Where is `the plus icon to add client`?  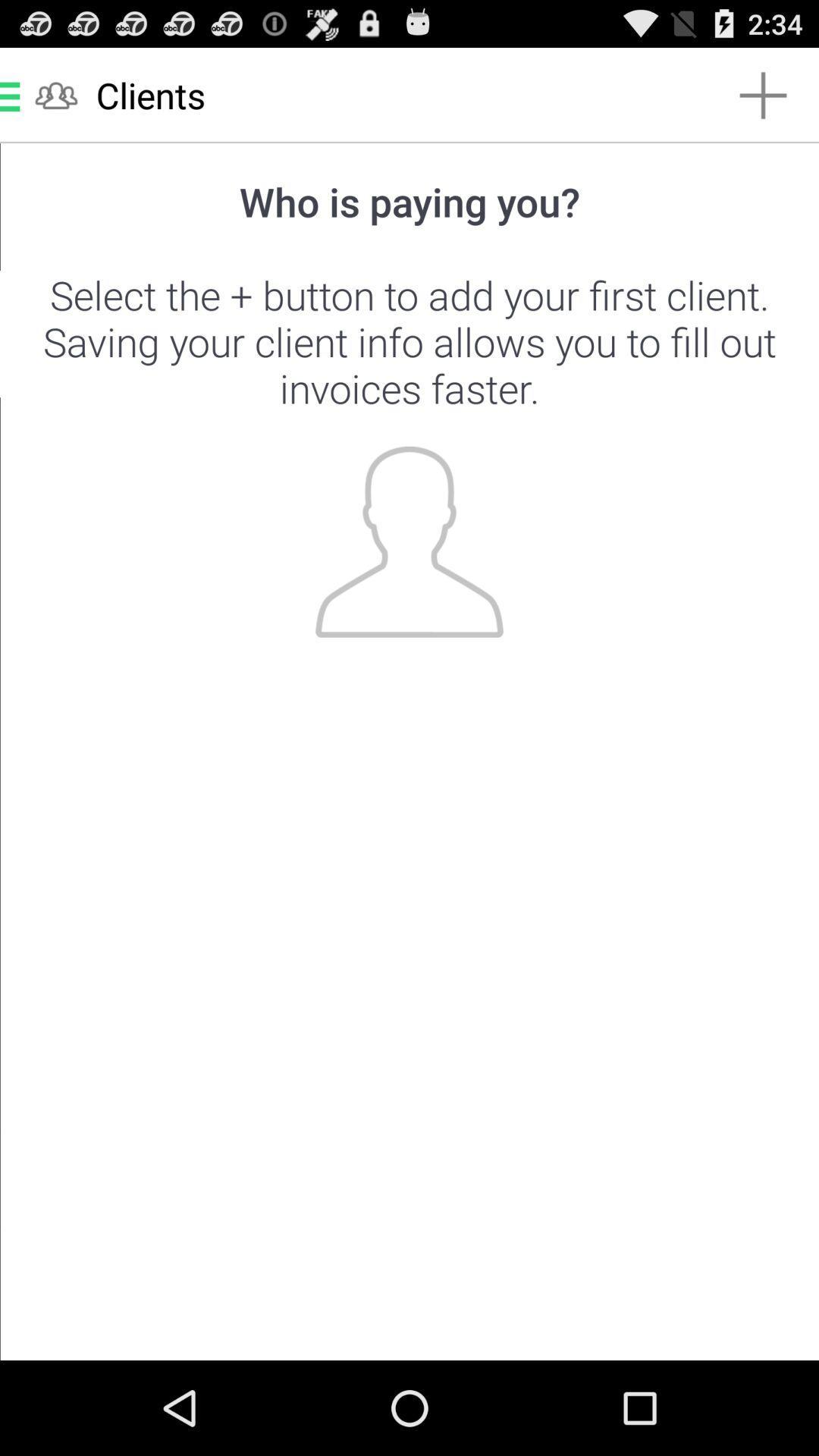 the plus icon to add client is located at coordinates (409, 752).